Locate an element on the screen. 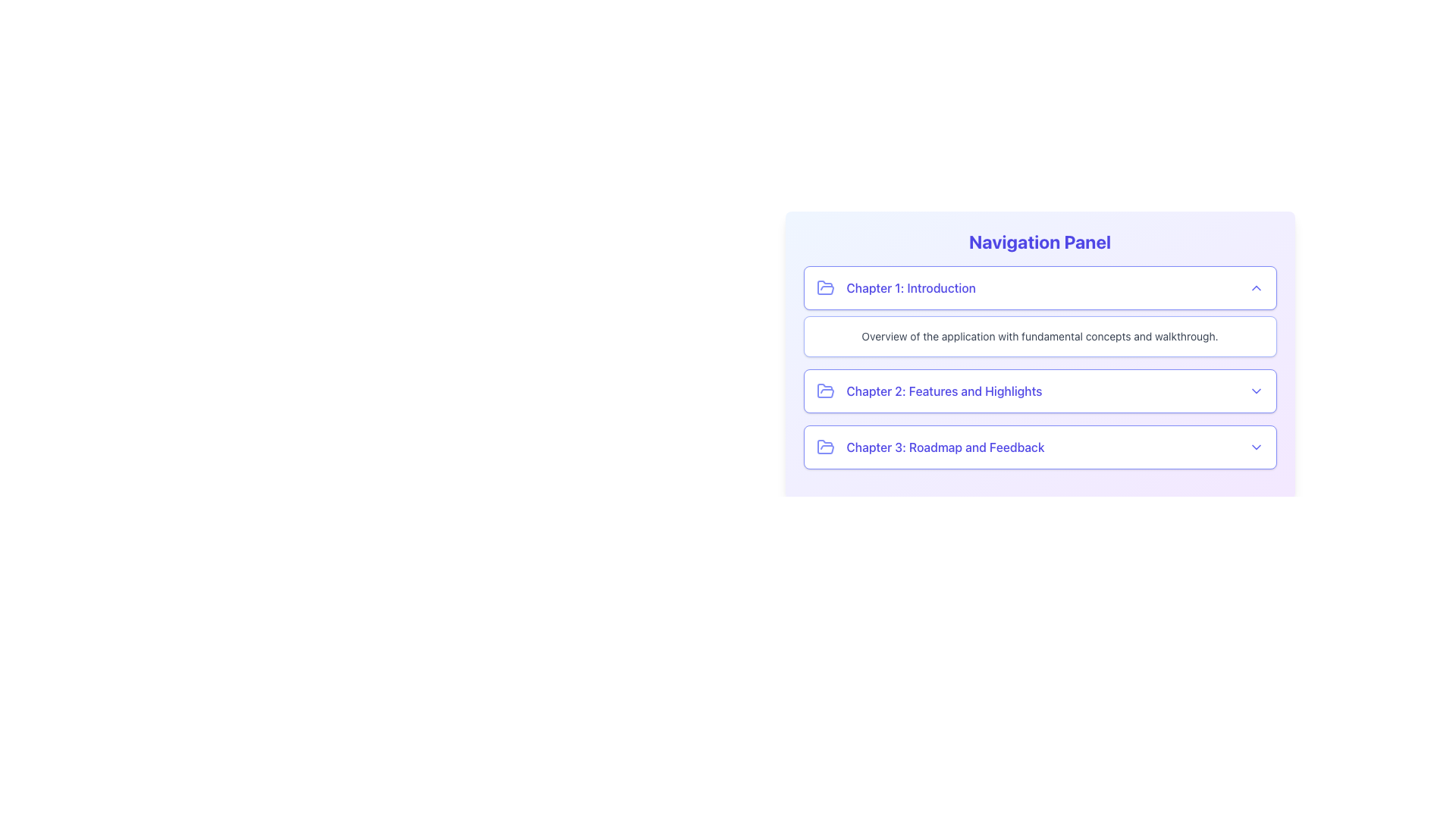 This screenshot has height=819, width=1456. the title text label styled in bold and large font, colored indigo, which reads 'Navigation Panel' and is centered at the top of the chapter navigation section is located at coordinates (1039, 241).